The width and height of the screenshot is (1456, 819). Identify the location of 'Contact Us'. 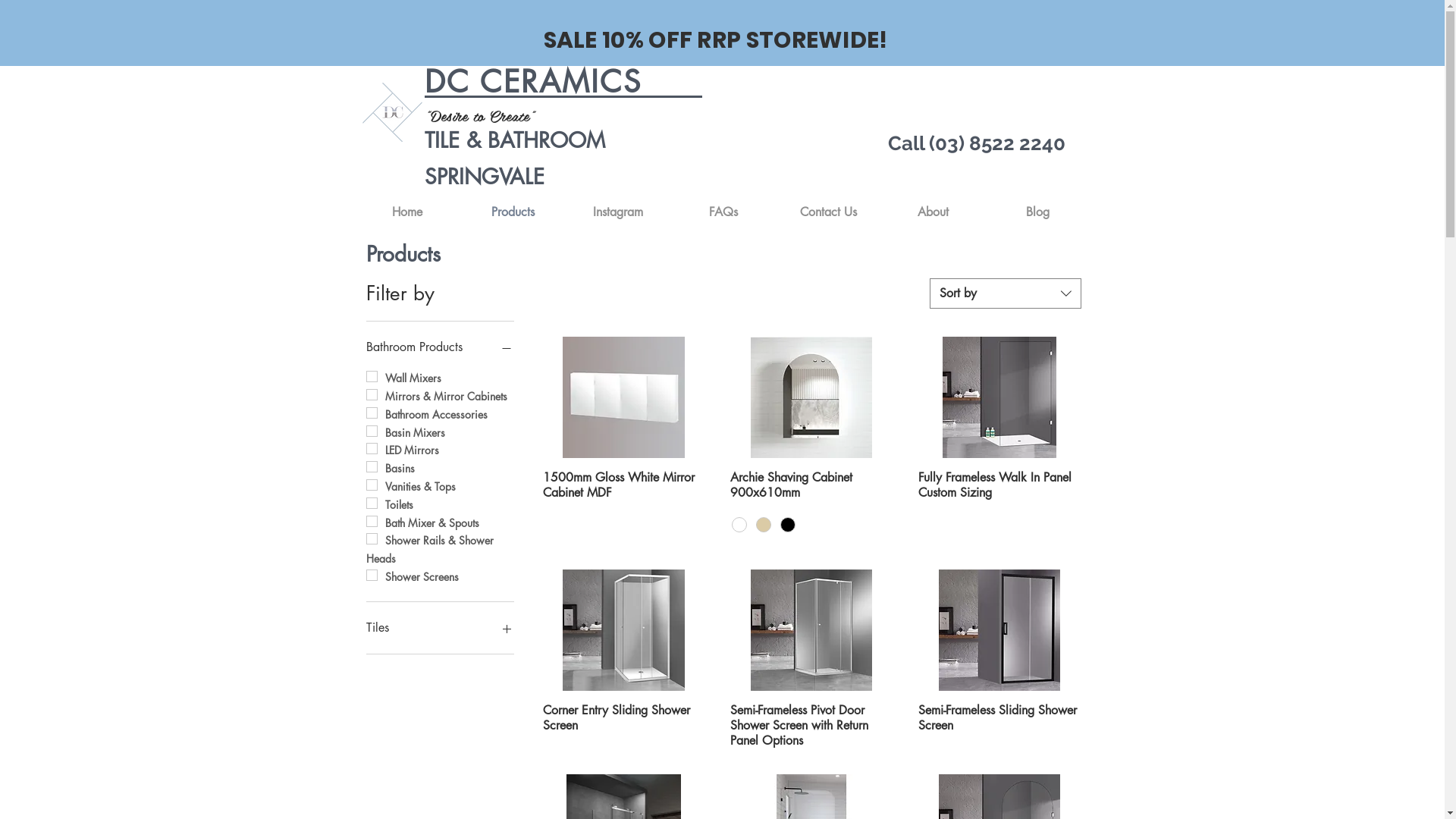
(828, 212).